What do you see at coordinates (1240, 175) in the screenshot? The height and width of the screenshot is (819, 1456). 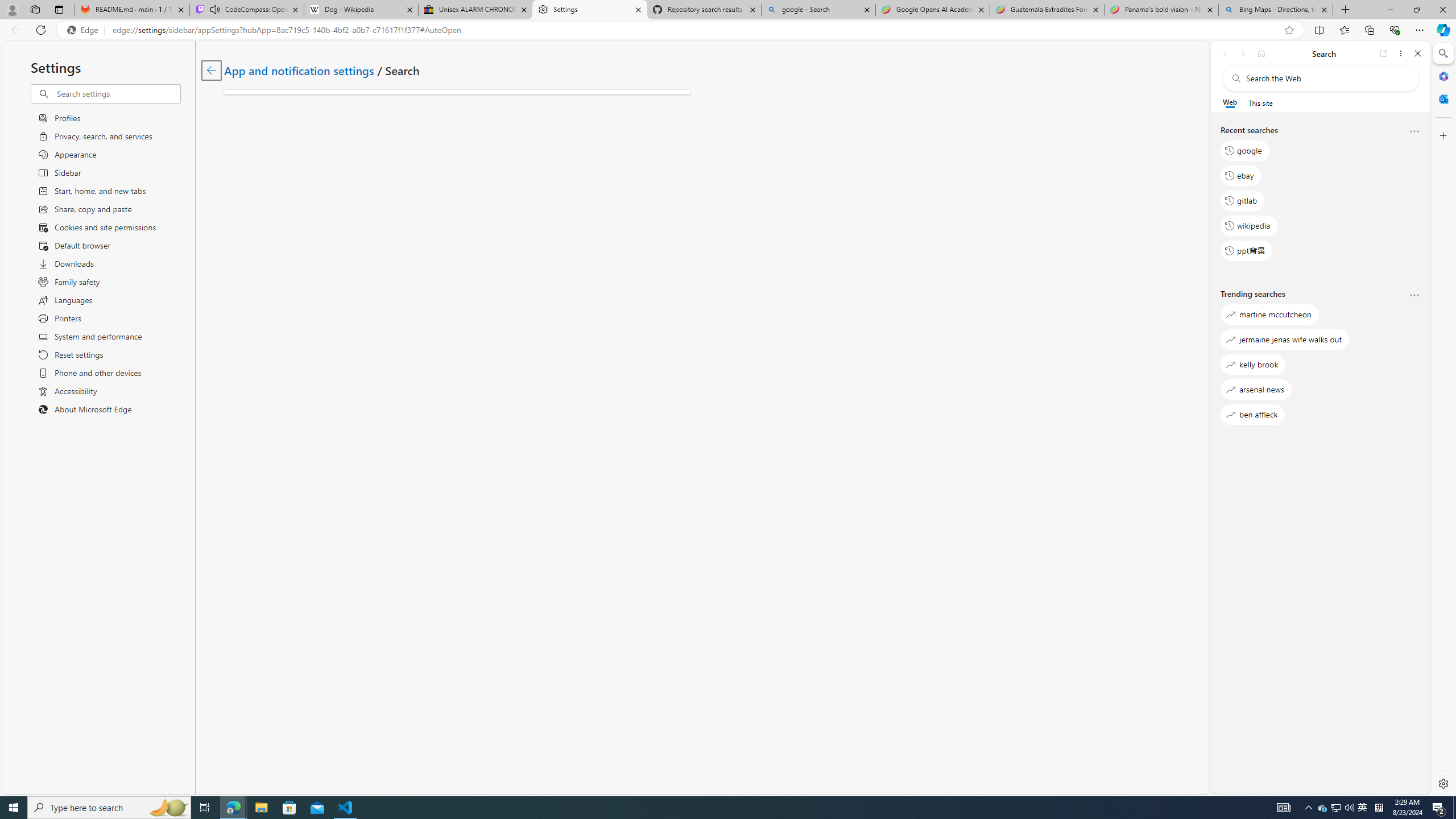 I see `'ebay'` at bounding box center [1240, 175].